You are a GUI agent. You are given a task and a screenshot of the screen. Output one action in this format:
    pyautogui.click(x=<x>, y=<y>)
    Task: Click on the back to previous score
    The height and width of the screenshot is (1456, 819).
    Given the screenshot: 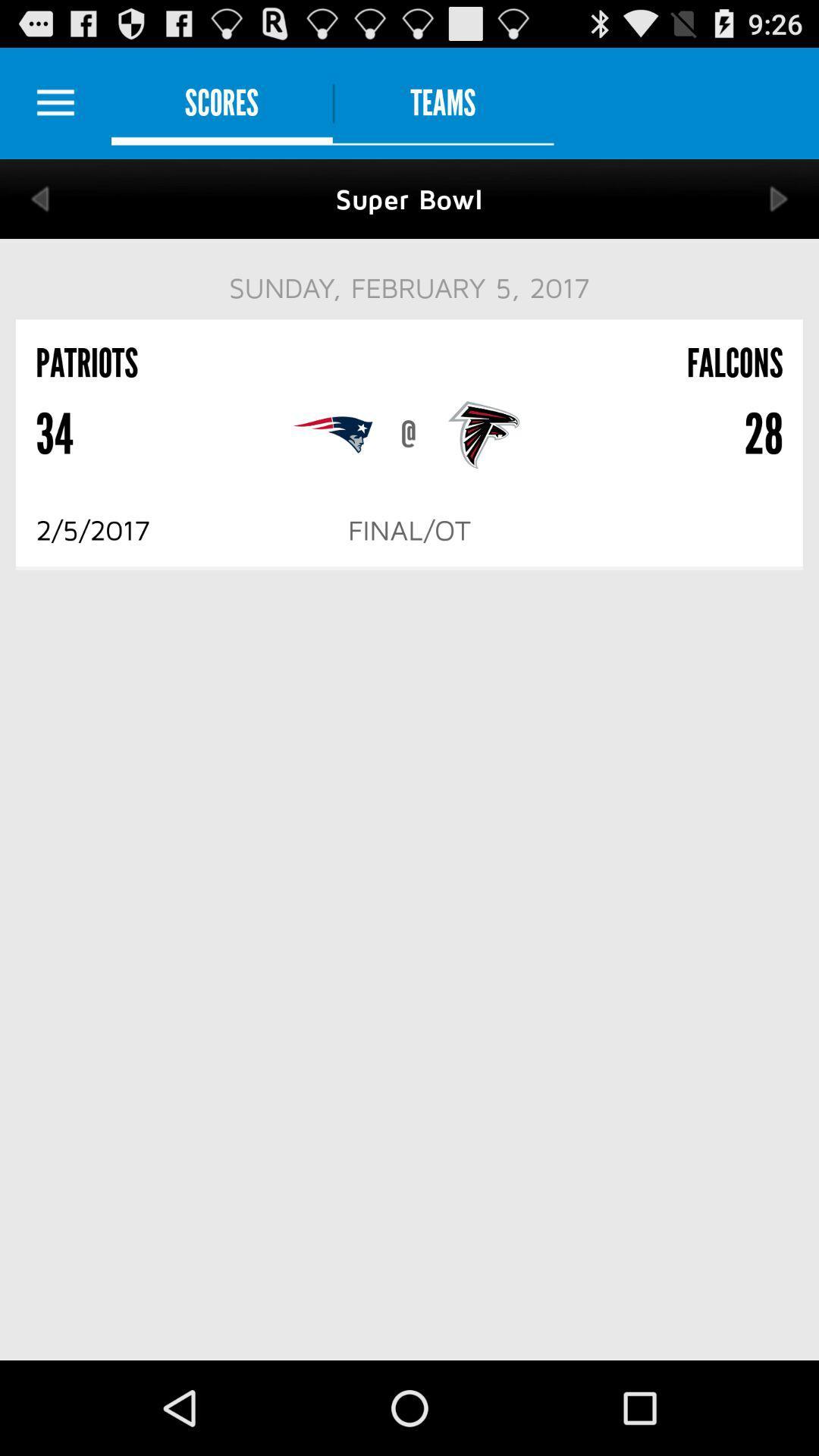 What is the action you would take?
    pyautogui.click(x=39, y=198)
    